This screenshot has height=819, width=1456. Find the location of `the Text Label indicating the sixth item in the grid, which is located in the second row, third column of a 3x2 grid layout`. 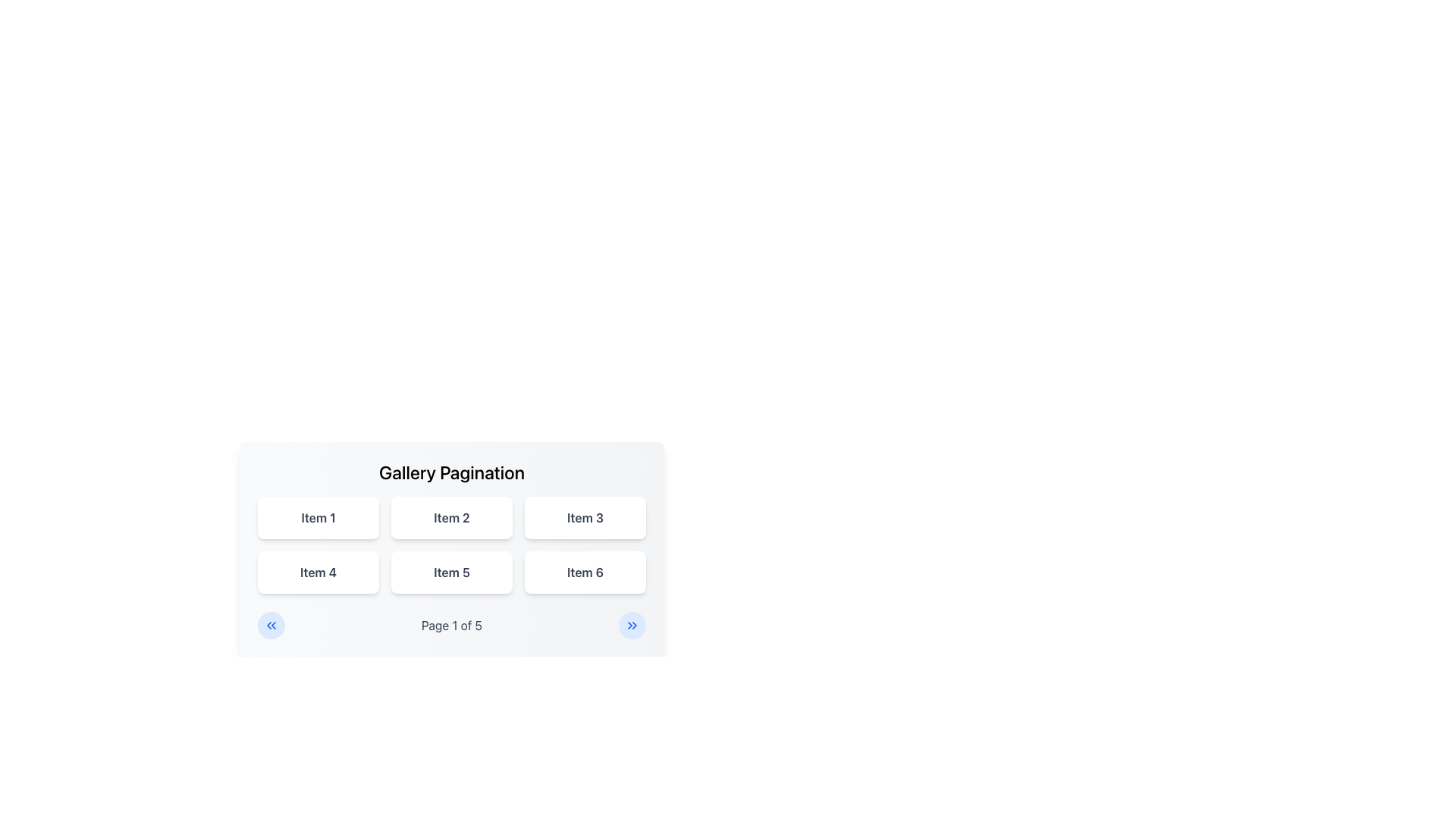

the Text Label indicating the sixth item in the grid, which is located in the second row, third column of a 3x2 grid layout is located at coordinates (585, 573).